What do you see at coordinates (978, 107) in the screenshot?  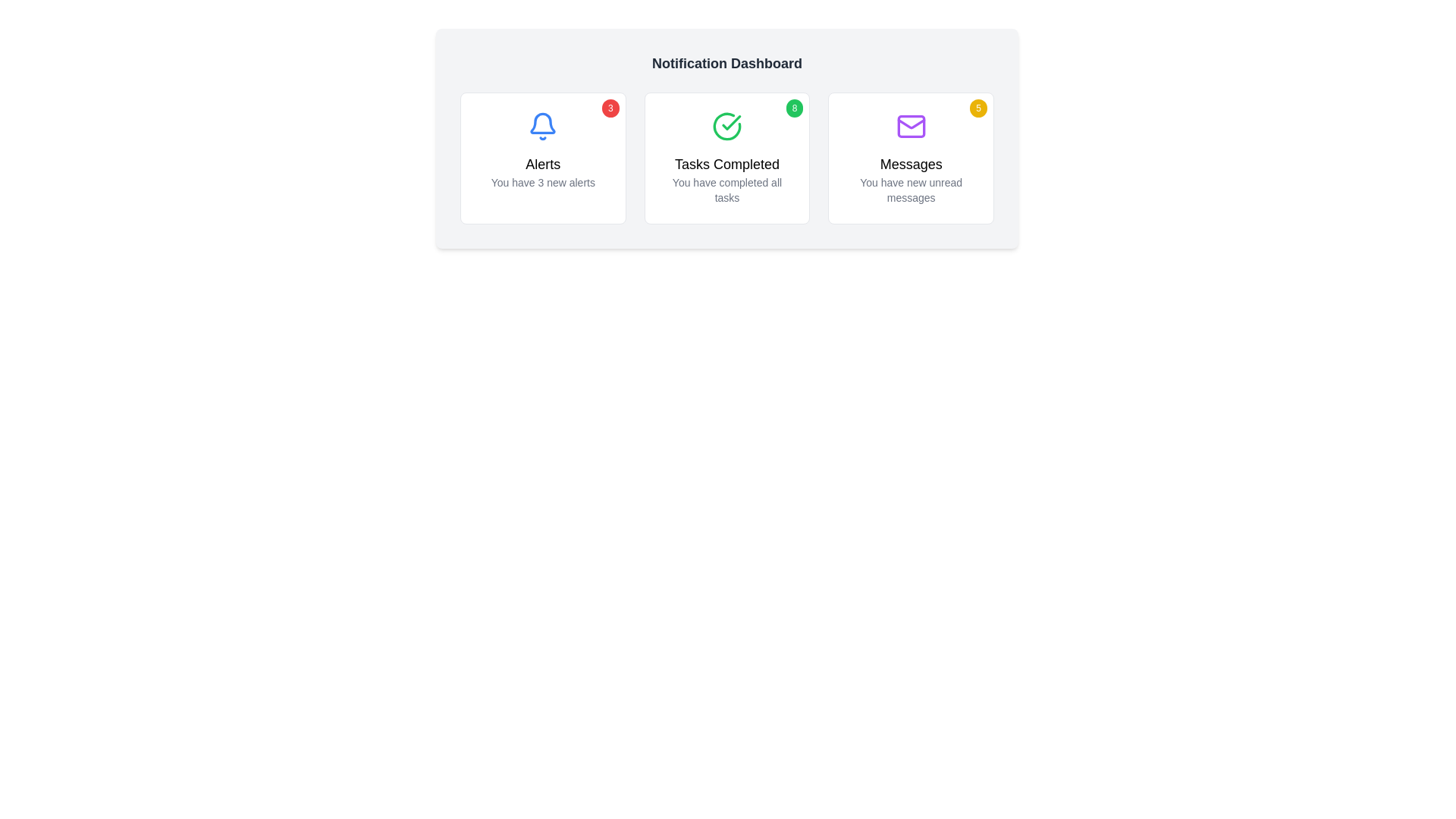 I see `the count displayed on the small circular badge with a vibrant yellow background and the white number '5' centered within, located at the top-right corner of the 'Messages' card in the 'Notification Dashboard'` at bounding box center [978, 107].